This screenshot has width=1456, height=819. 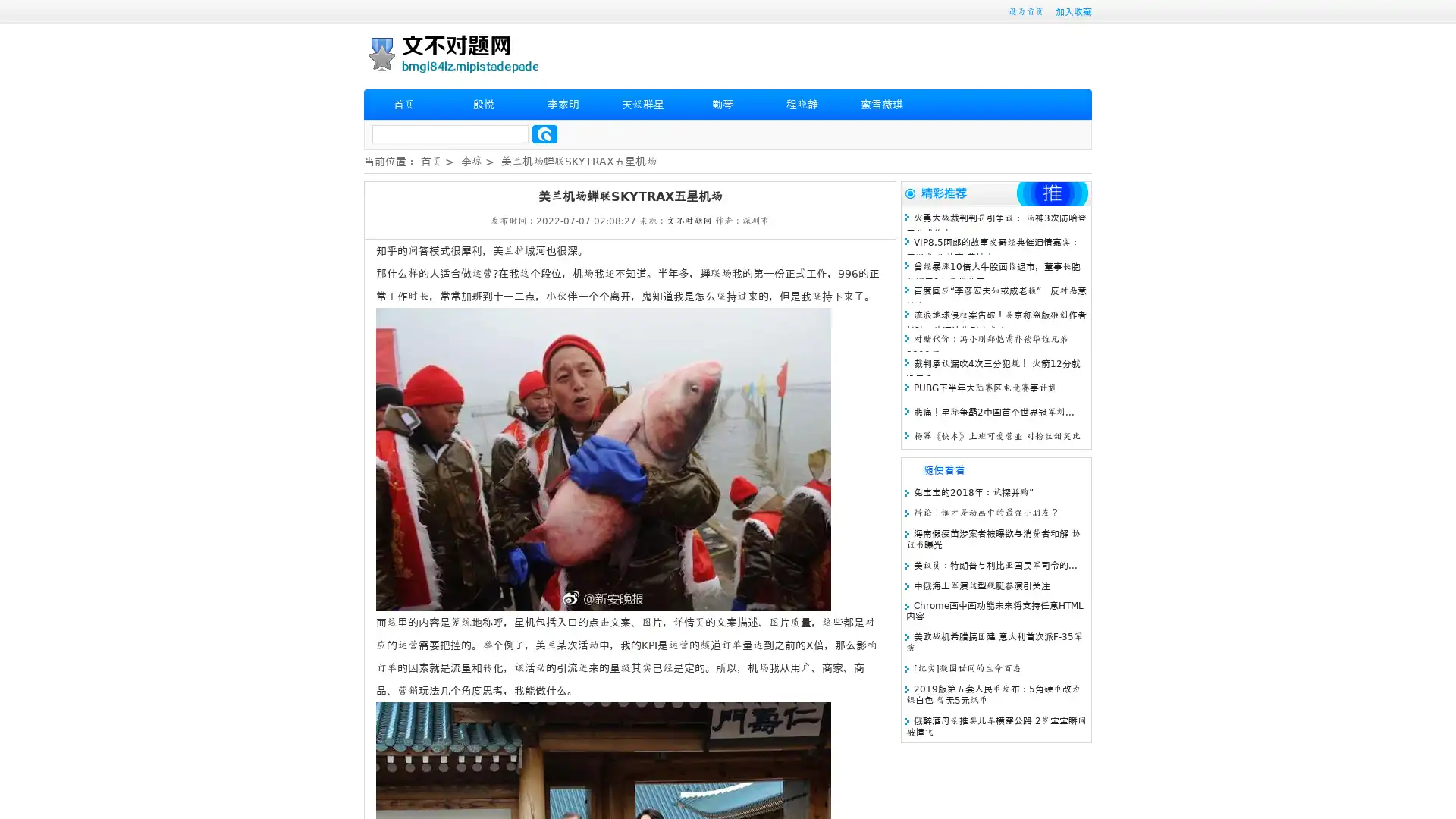 What do you see at coordinates (544, 133) in the screenshot?
I see `Search` at bounding box center [544, 133].